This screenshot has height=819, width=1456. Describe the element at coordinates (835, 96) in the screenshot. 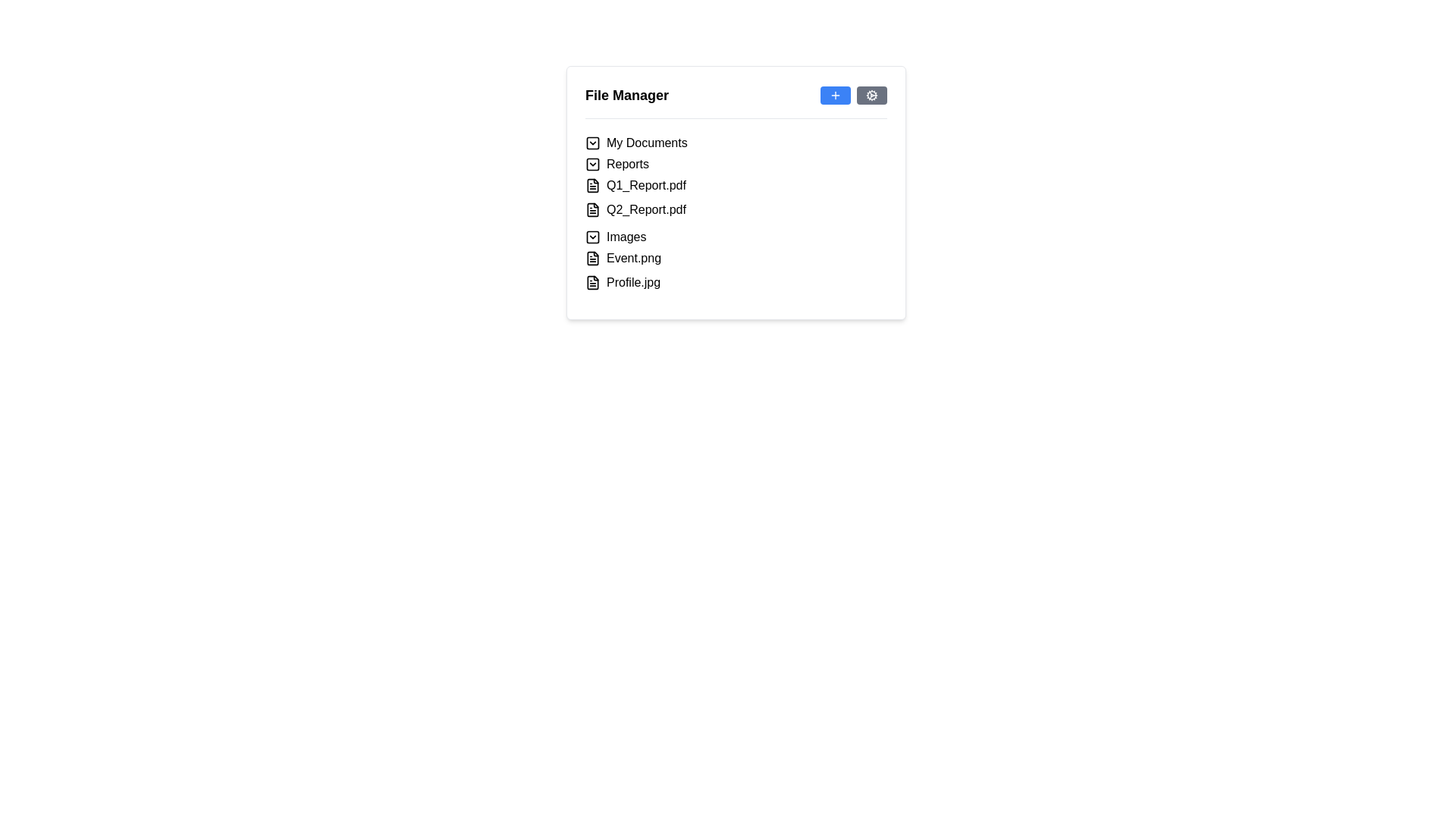

I see `the 'create' or 'add' action button located at the top-right corner of the 'File Manager' interface, adjacent to the gear icon` at that location.